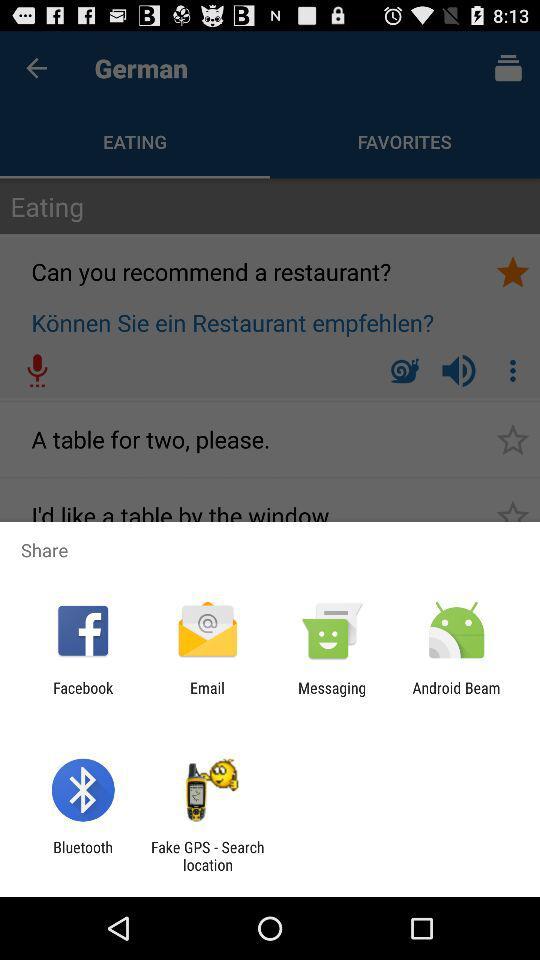  I want to click on the app to the left of the email app, so click(82, 696).